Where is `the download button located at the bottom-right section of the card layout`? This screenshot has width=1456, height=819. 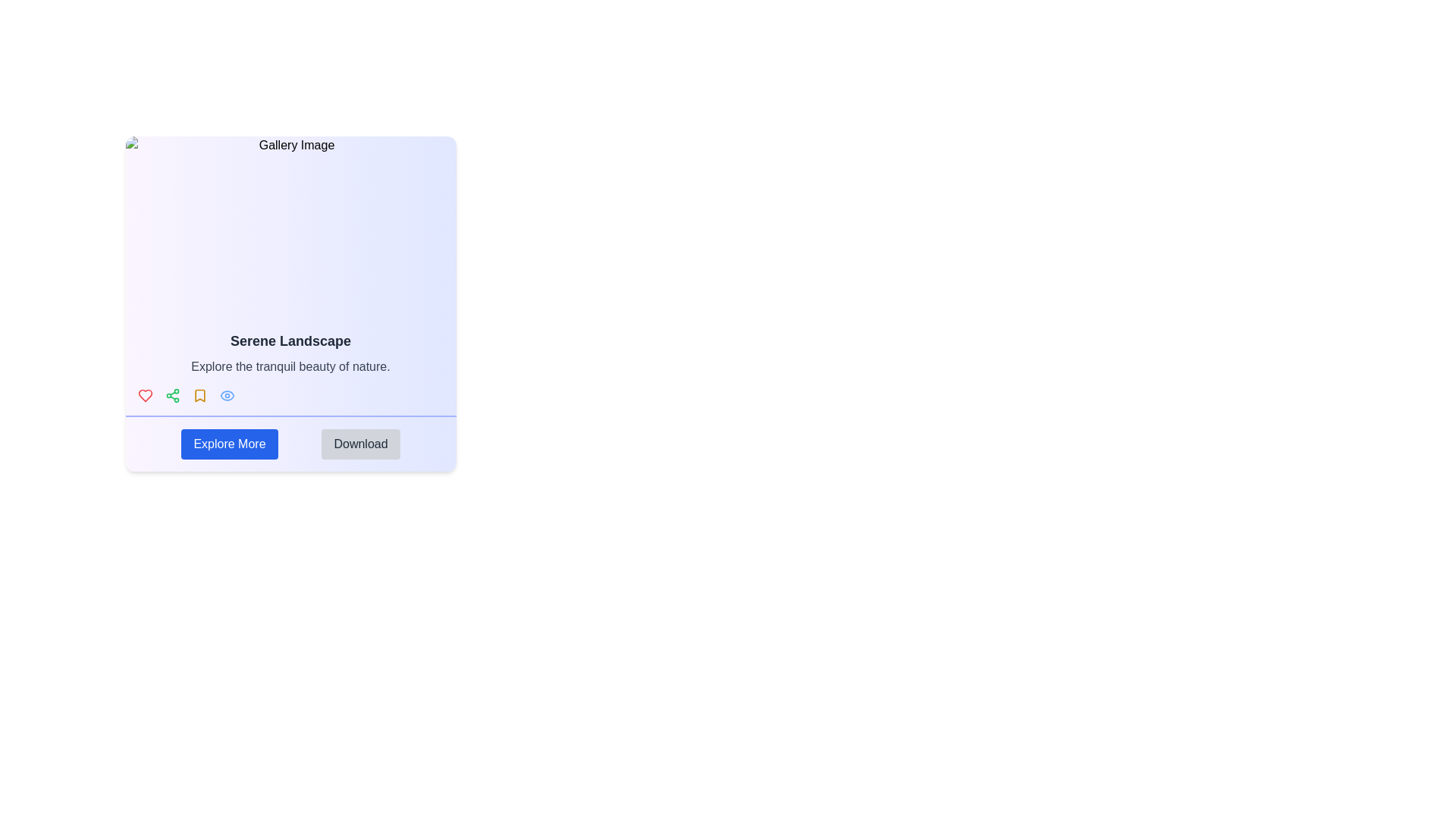 the download button located at the bottom-right section of the card layout is located at coordinates (359, 444).